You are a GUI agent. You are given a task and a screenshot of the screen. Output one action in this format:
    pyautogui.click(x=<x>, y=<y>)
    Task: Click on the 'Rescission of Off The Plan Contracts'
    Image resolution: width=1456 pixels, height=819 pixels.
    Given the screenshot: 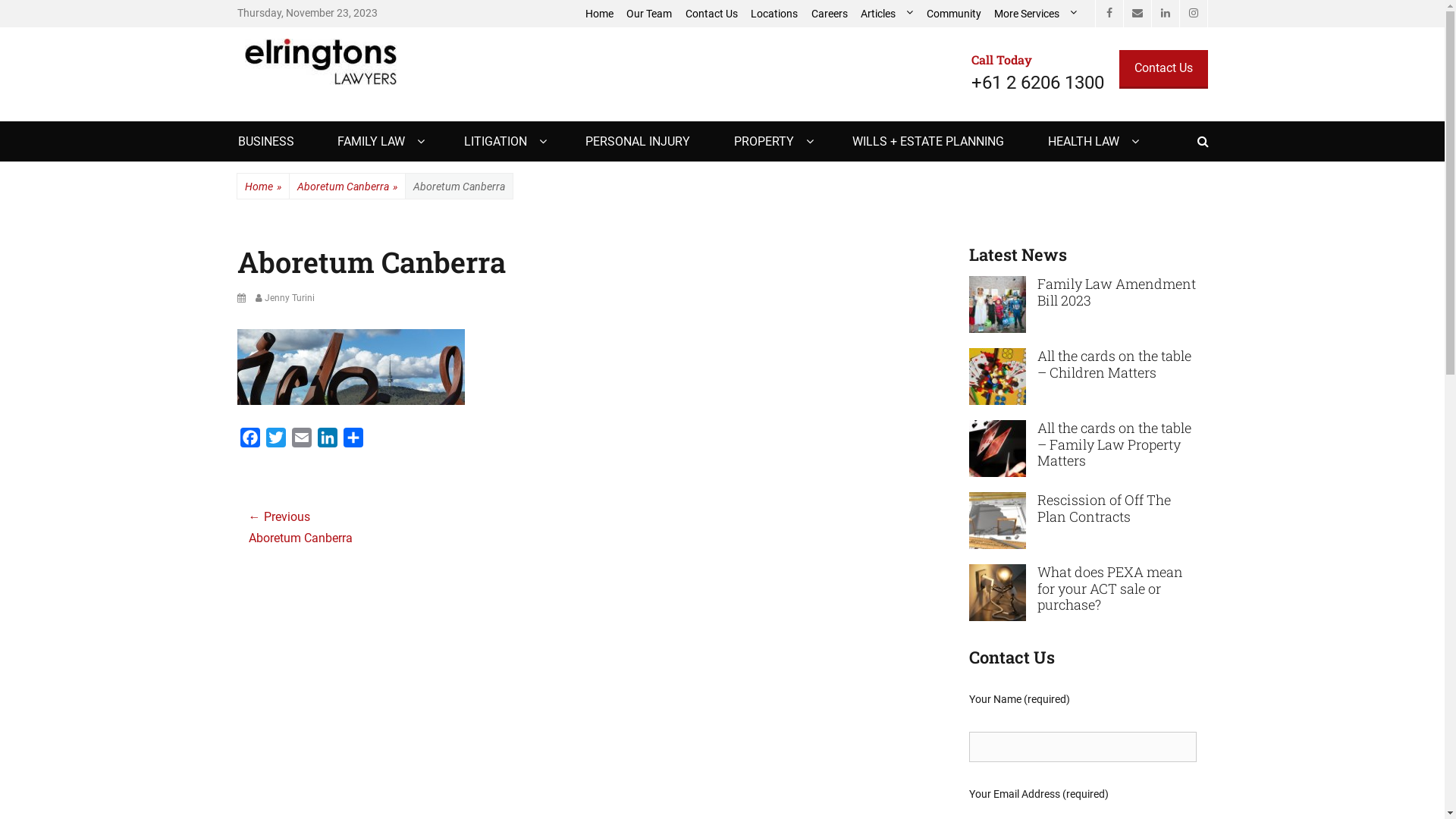 What is the action you would take?
    pyautogui.click(x=1103, y=508)
    